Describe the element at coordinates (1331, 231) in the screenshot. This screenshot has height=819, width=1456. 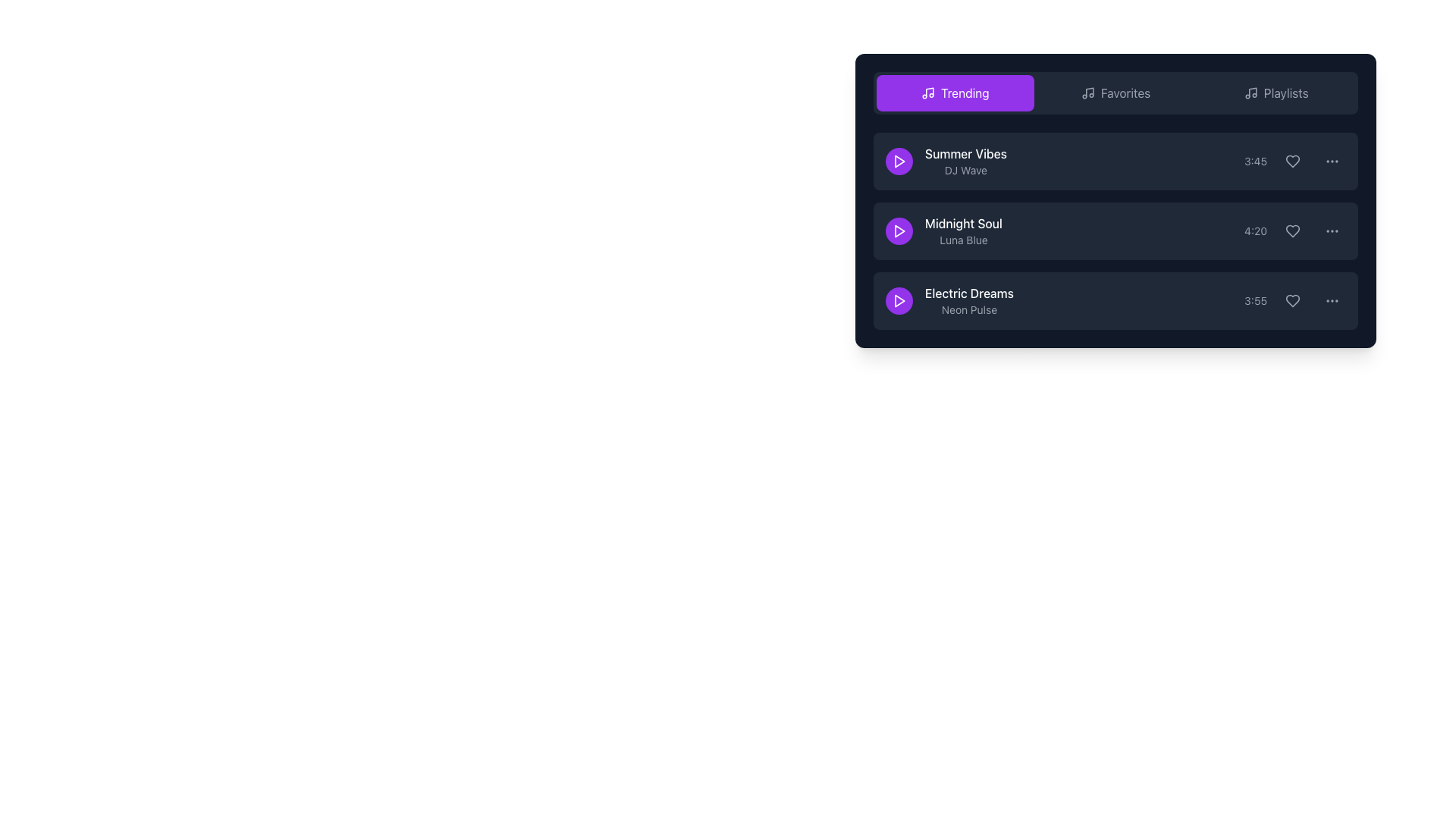
I see `the clickable ellipsis button located in the 'Midnight Soul' row, positioned on the far-right side of the row` at that location.